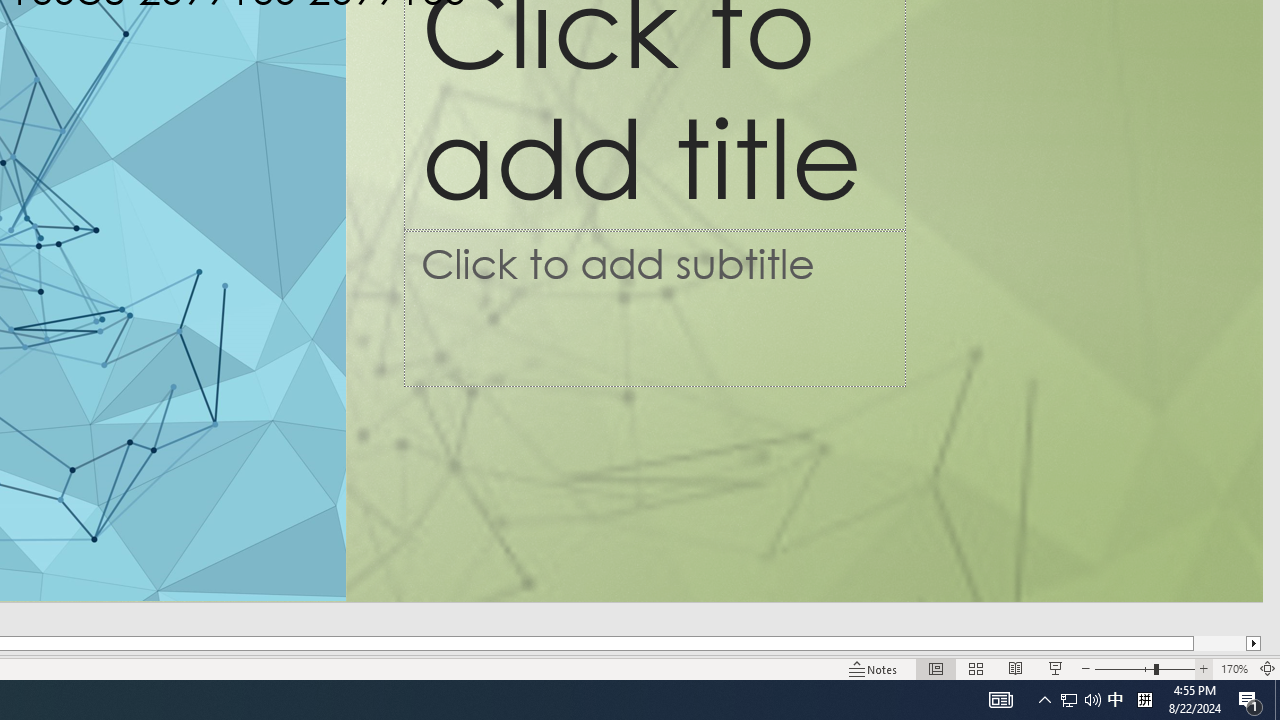  Describe the element at coordinates (1124, 669) in the screenshot. I see `'Zoom Out'` at that location.